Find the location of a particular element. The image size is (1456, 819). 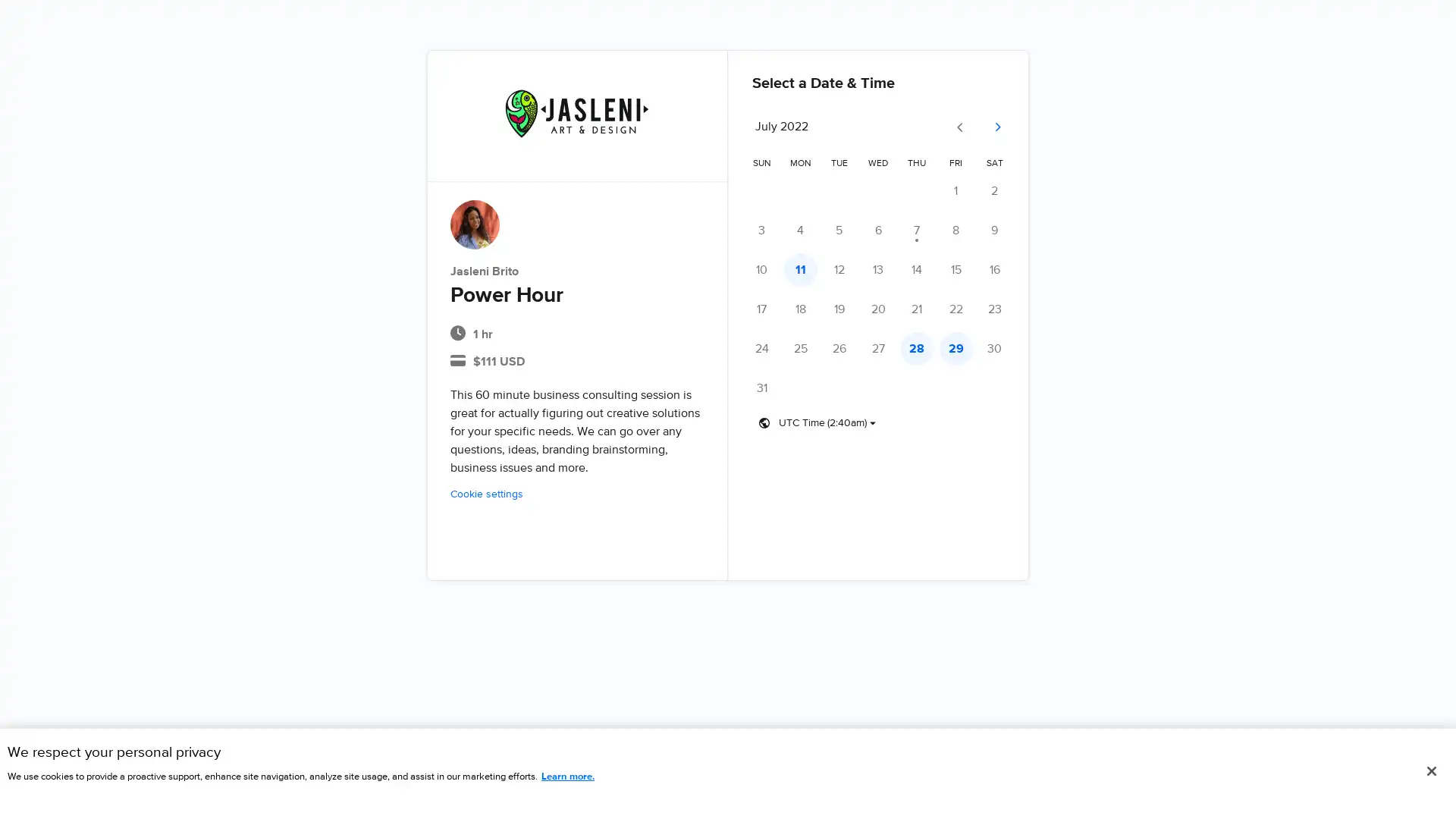

Sunday, July 31 - No times available is located at coordinates (761, 388).